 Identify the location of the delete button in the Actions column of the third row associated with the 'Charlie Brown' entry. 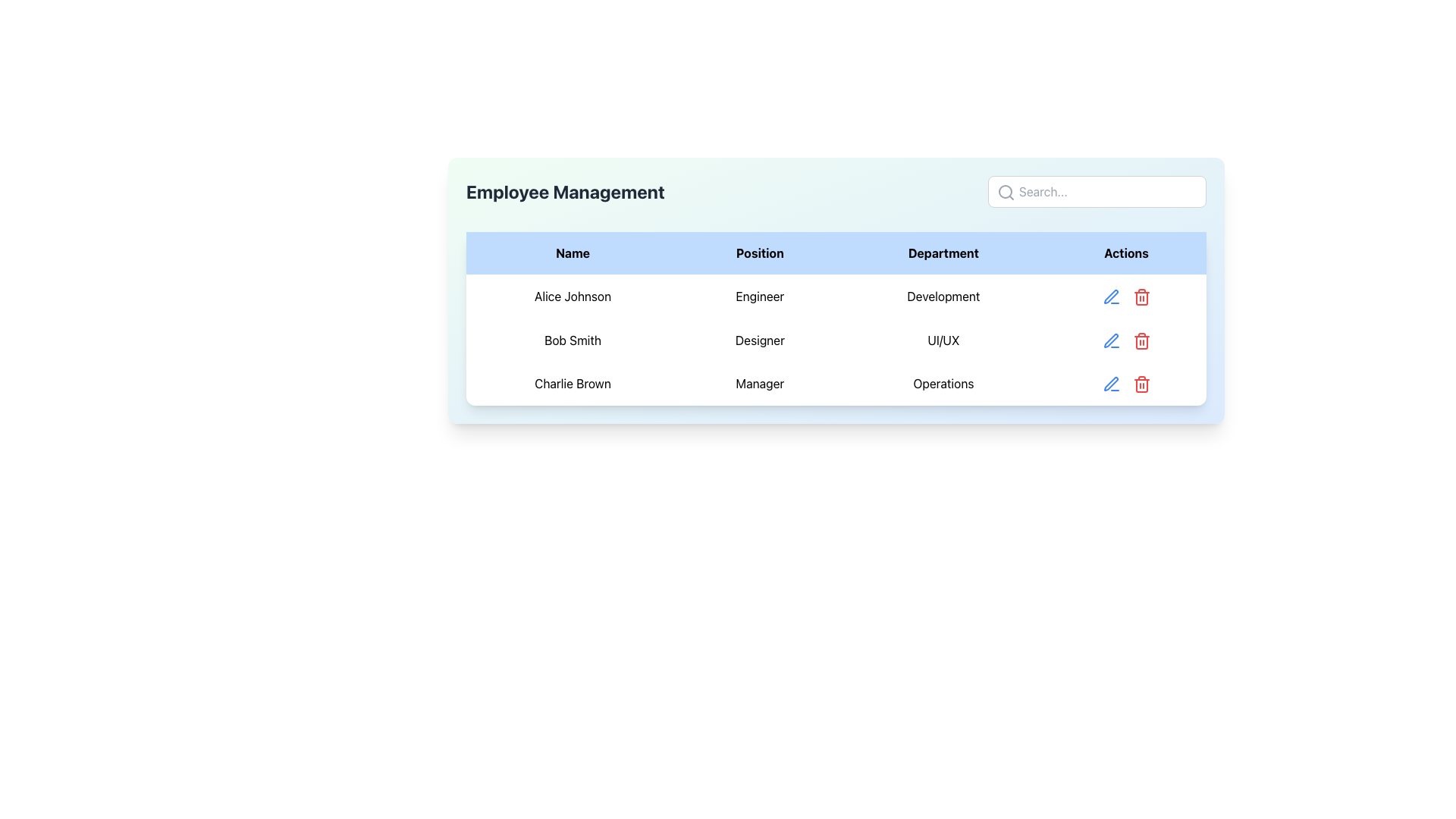
(1141, 342).